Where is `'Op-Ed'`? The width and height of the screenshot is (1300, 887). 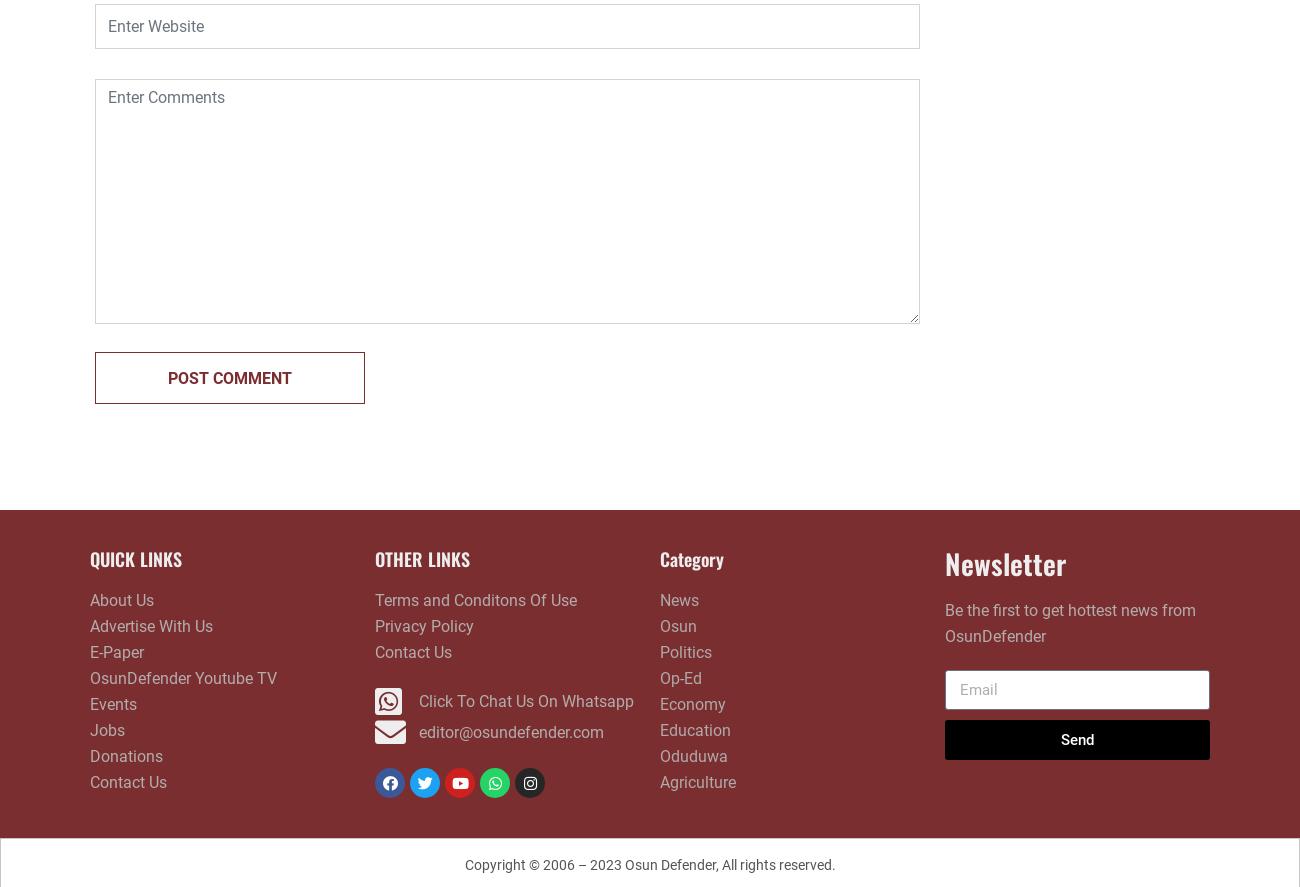
'Op-Ed' is located at coordinates (679, 677).